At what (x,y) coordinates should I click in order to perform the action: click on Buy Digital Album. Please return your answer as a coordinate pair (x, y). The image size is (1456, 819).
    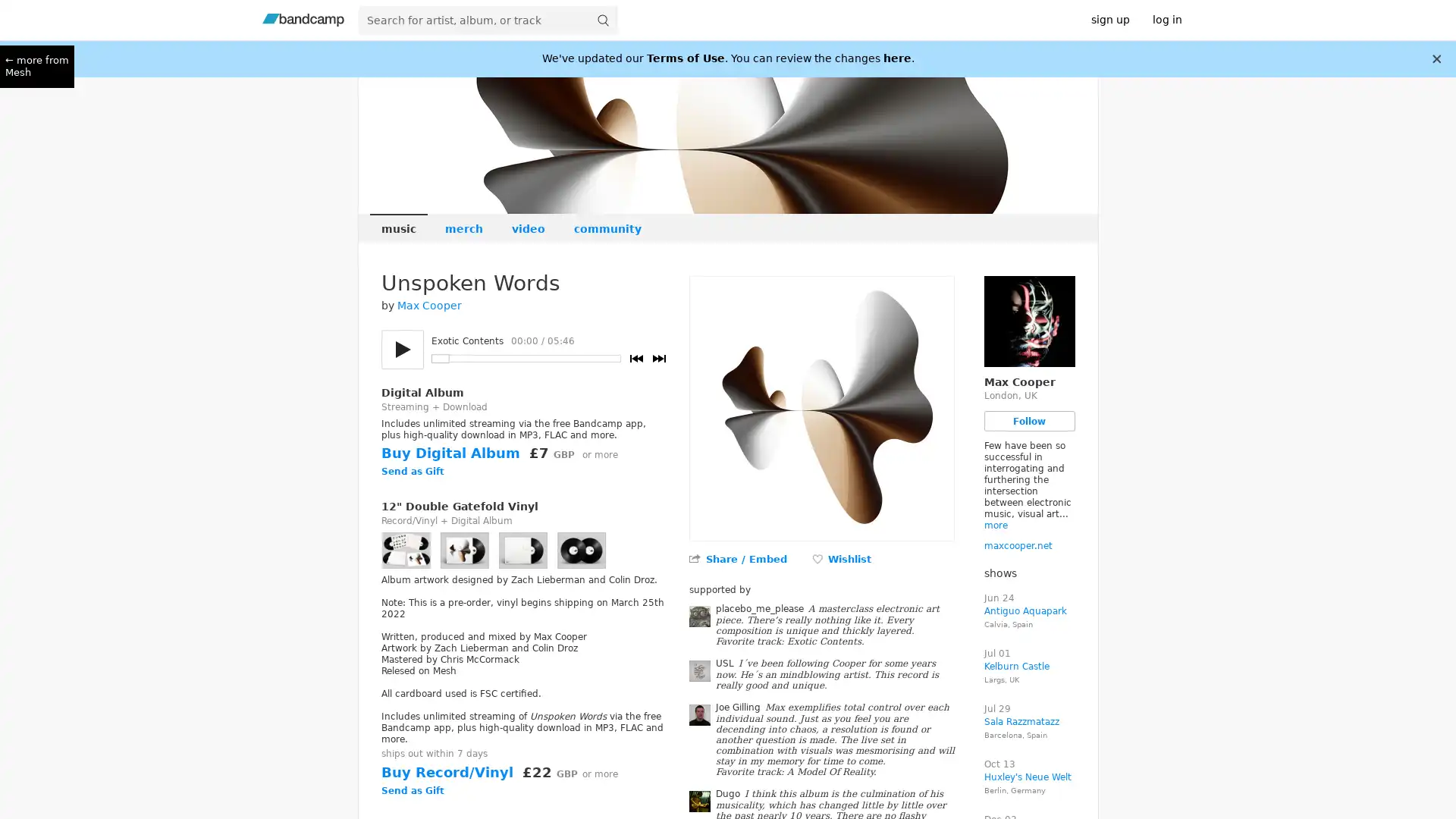
    Looking at the image, I should click on (449, 452).